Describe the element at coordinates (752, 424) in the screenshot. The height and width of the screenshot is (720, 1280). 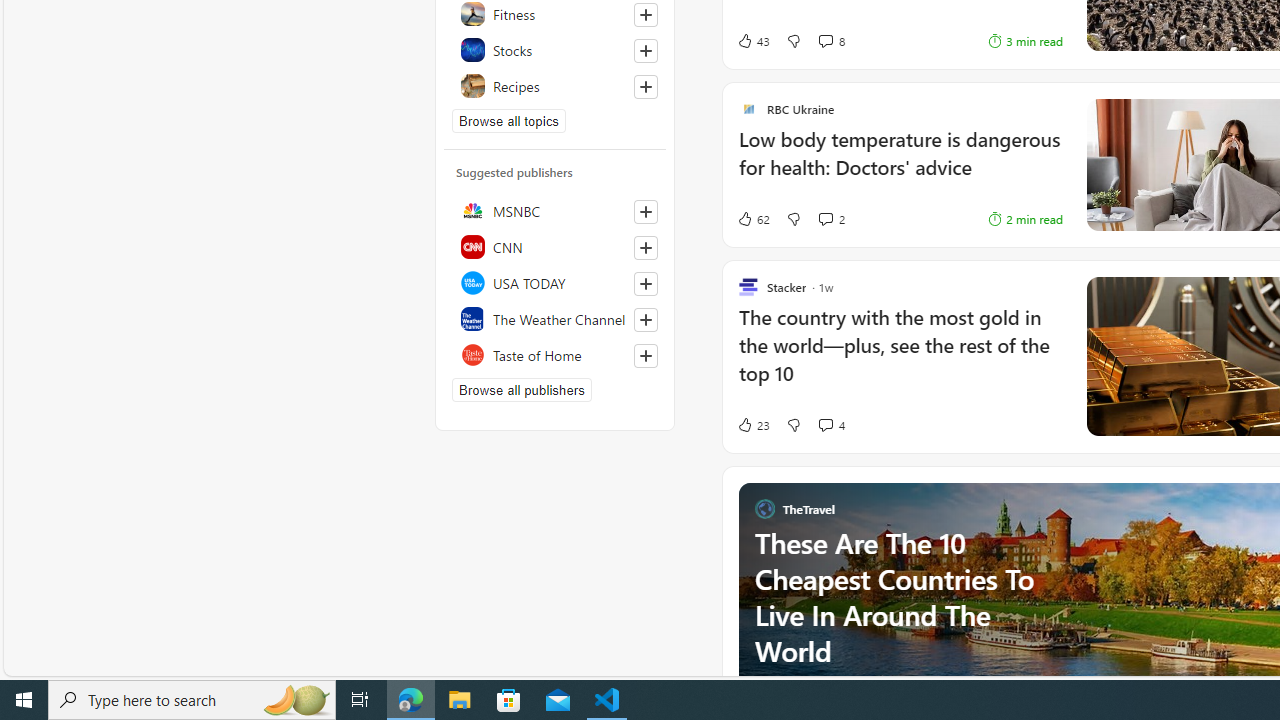
I see `'23 Like'` at that location.